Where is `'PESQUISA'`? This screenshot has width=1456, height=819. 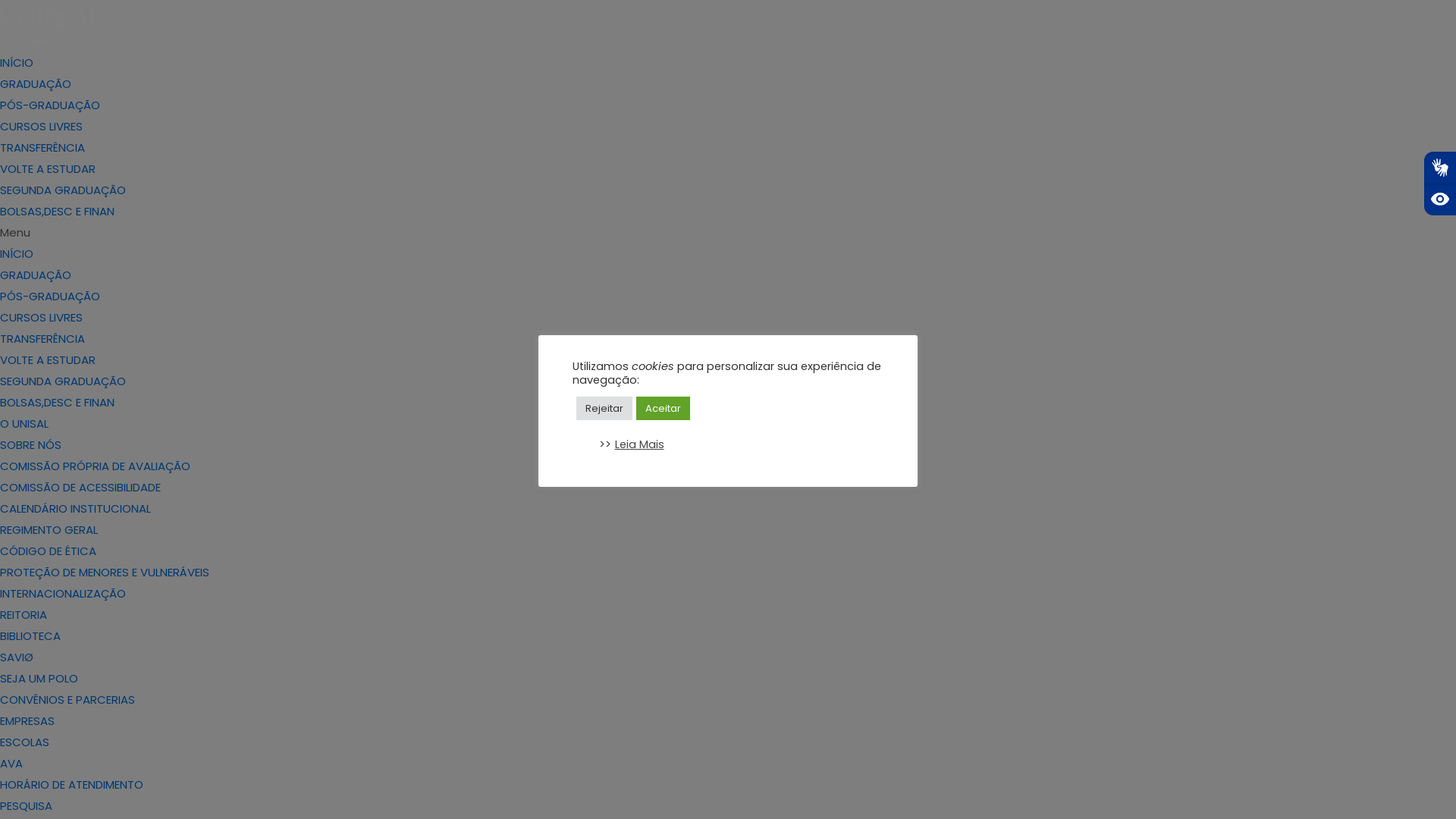 'PESQUISA' is located at coordinates (26, 805).